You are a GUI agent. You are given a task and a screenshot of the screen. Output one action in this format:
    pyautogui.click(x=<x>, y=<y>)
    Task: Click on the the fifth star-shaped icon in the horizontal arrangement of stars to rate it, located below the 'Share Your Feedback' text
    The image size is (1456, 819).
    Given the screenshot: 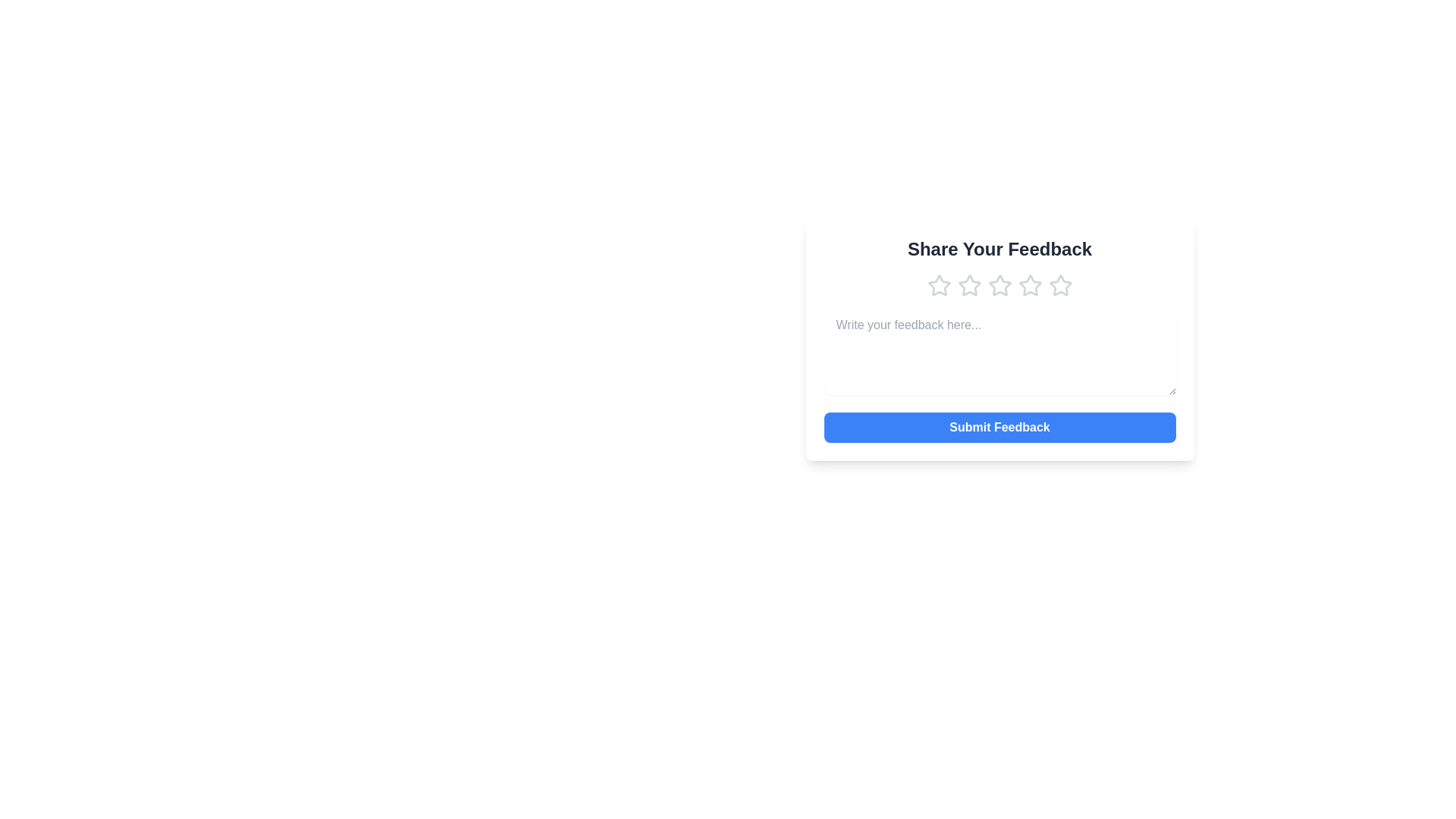 What is the action you would take?
    pyautogui.click(x=1059, y=286)
    